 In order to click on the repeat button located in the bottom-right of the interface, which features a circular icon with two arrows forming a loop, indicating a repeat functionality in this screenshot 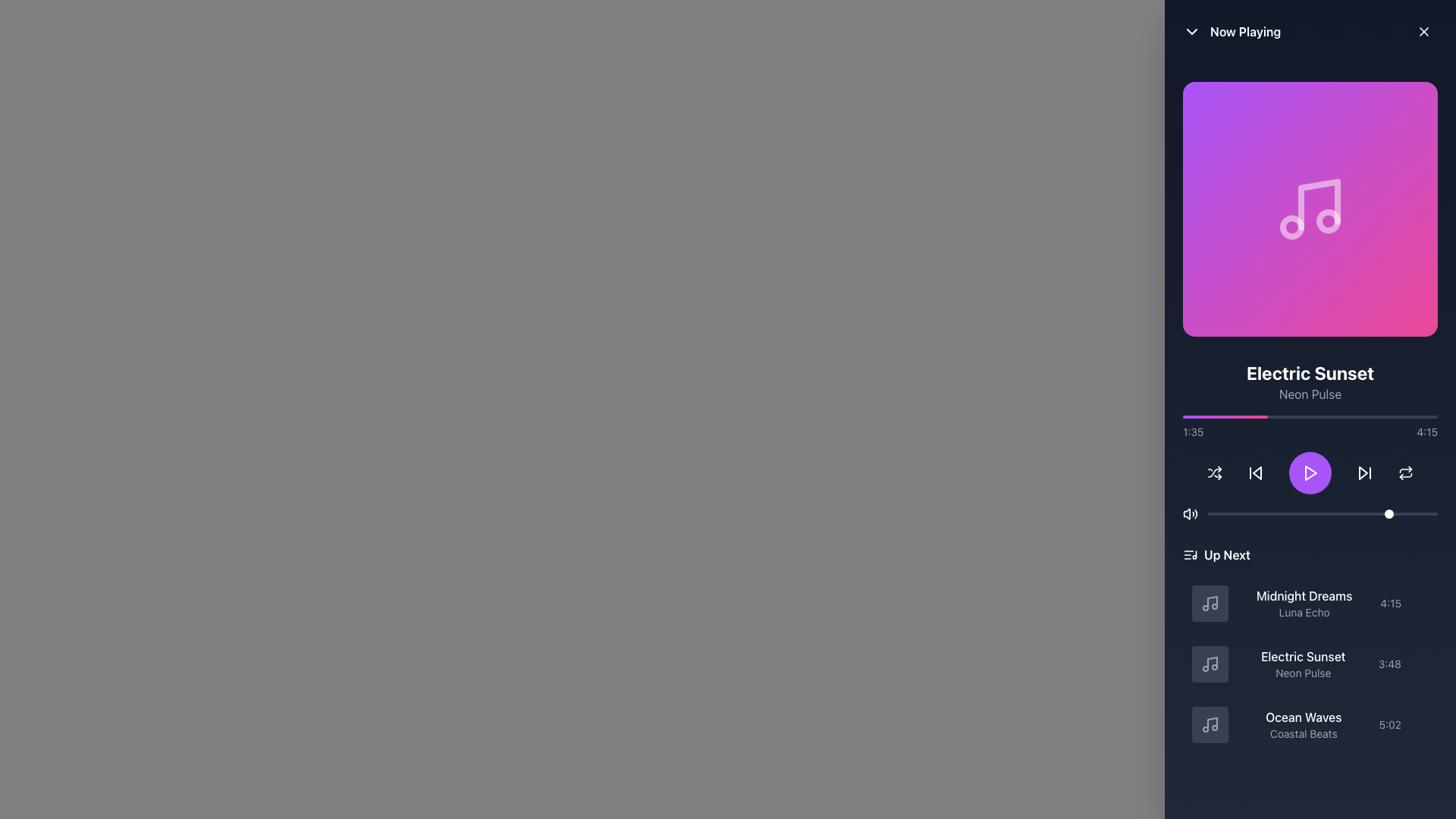, I will do `click(1404, 472)`.